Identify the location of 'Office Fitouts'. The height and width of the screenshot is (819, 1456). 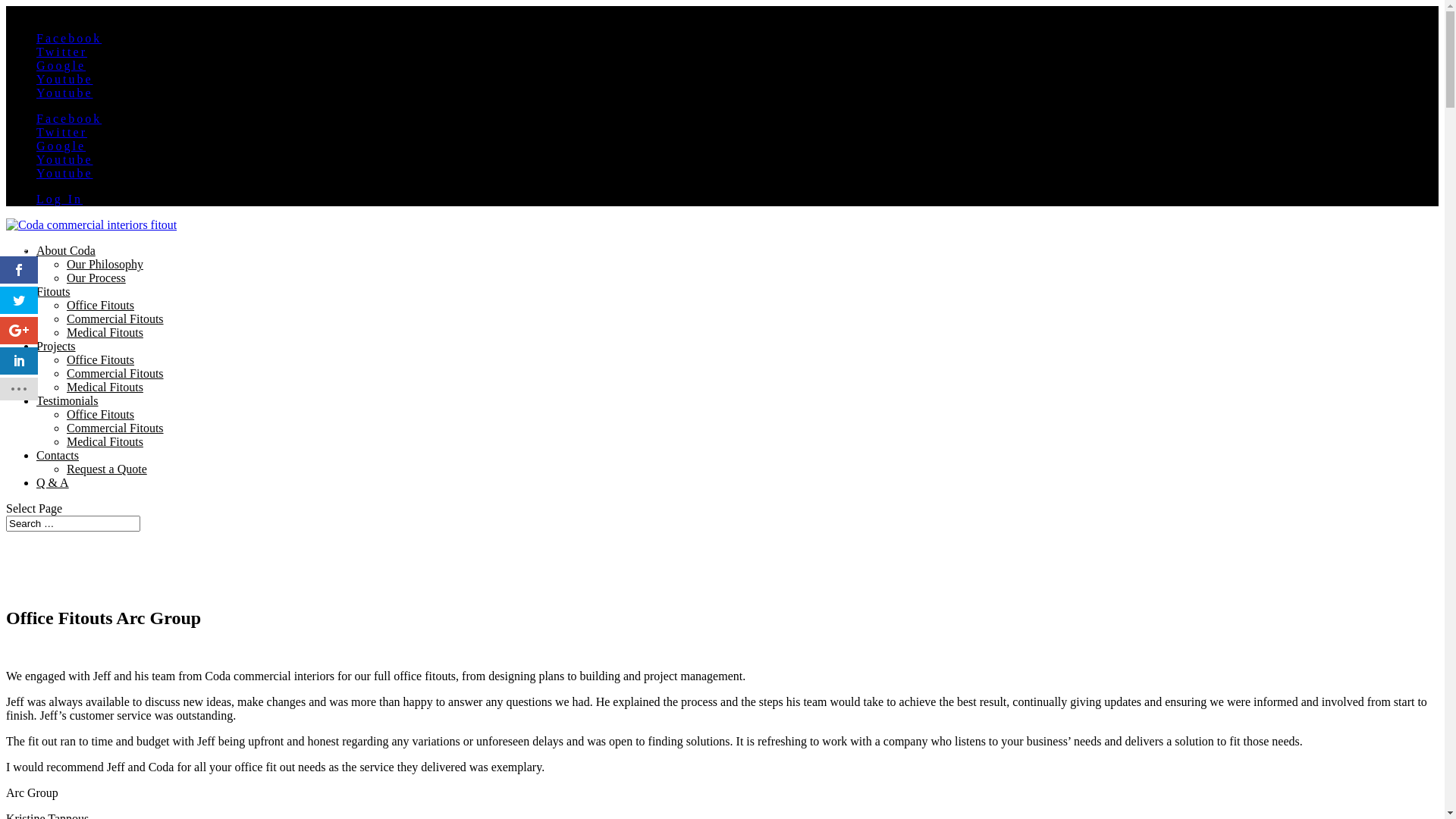
(99, 414).